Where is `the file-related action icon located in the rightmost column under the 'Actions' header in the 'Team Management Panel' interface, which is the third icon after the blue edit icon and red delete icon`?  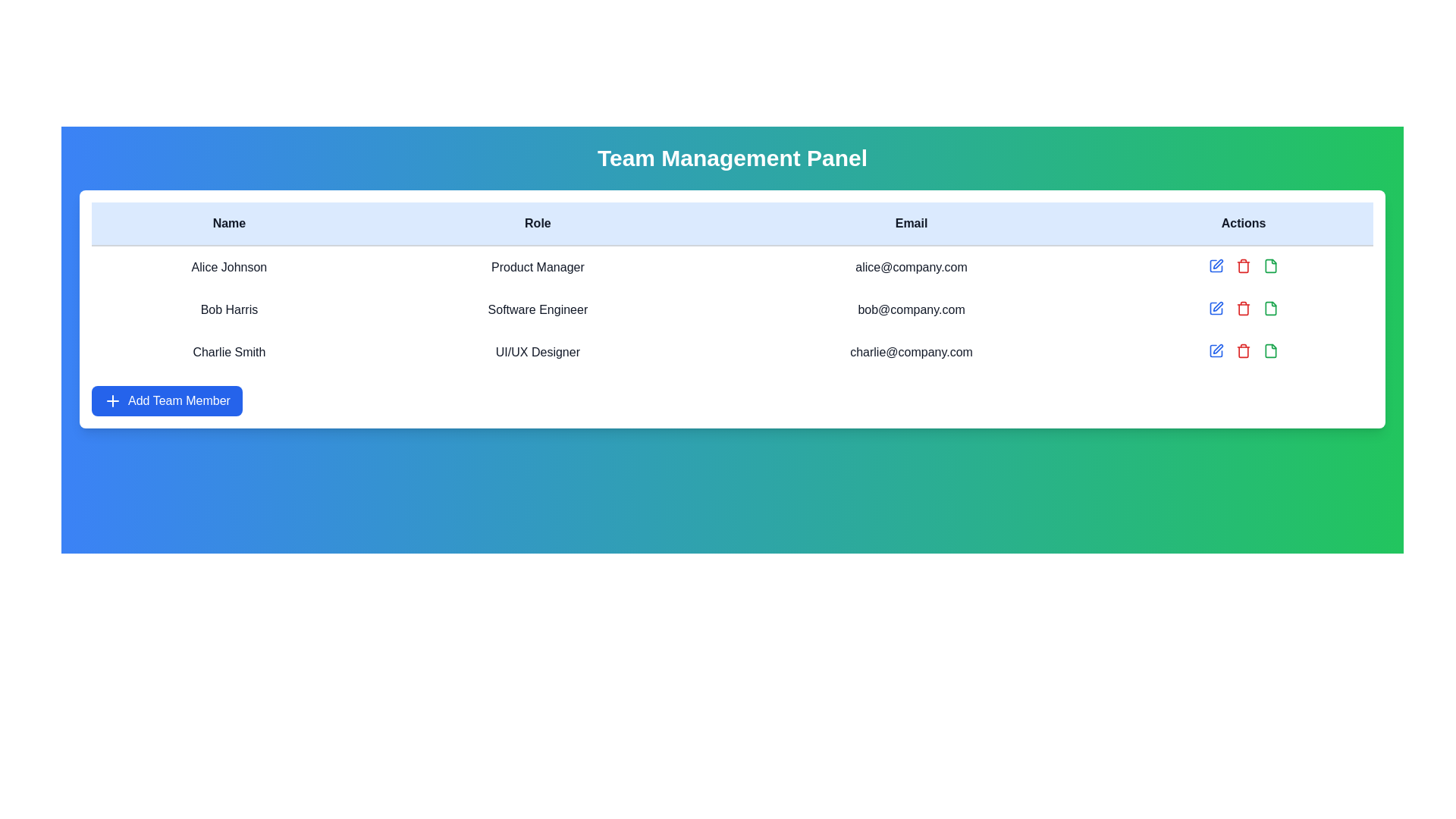 the file-related action icon located in the rightmost column under the 'Actions' header in the 'Team Management Panel' interface, which is the third icon after the blue edit icon and red delete icon is located at coordinates (1270, 308).